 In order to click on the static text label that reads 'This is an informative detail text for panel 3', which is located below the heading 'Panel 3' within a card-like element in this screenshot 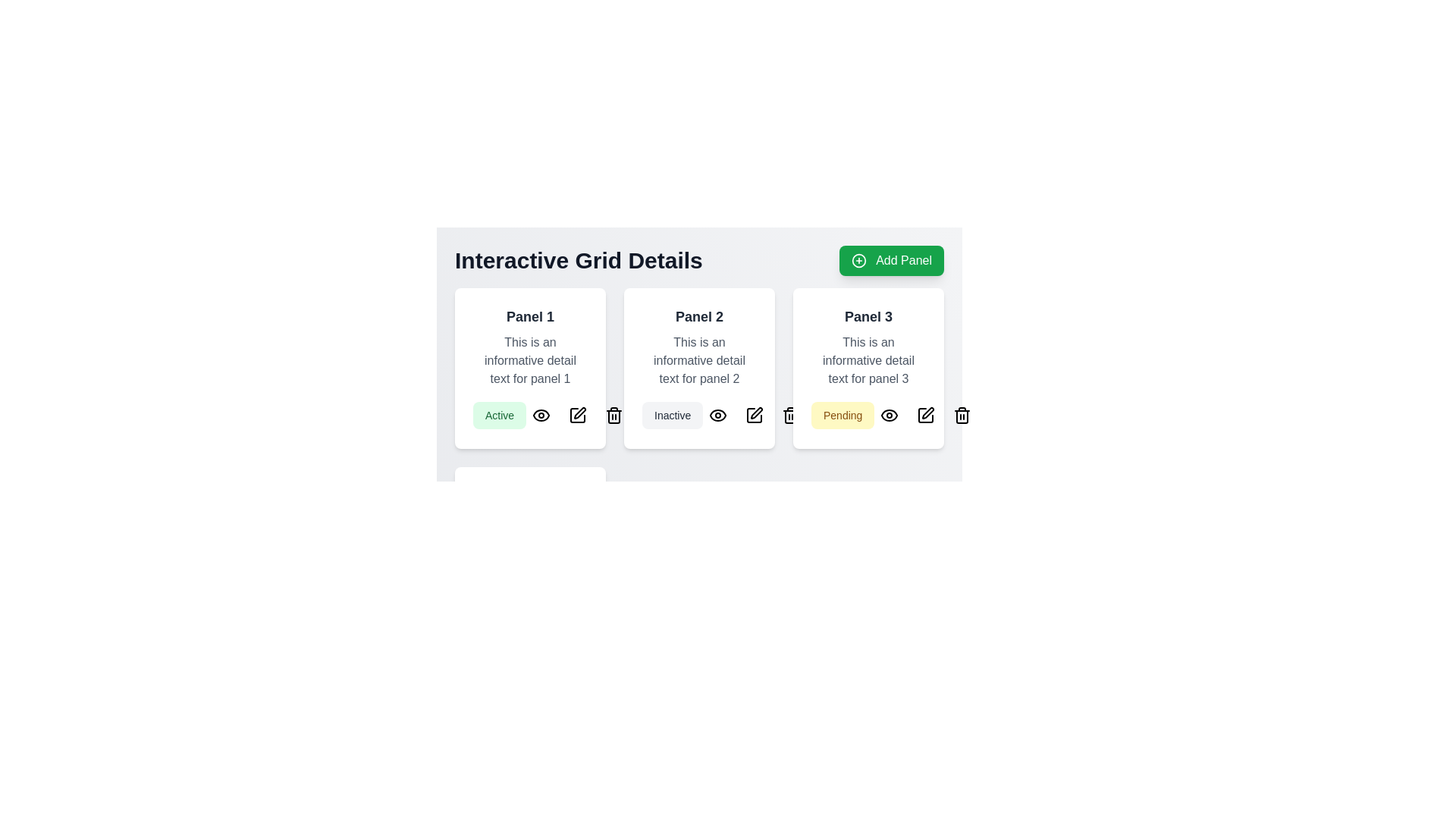, I will do `click(868, 360)`.